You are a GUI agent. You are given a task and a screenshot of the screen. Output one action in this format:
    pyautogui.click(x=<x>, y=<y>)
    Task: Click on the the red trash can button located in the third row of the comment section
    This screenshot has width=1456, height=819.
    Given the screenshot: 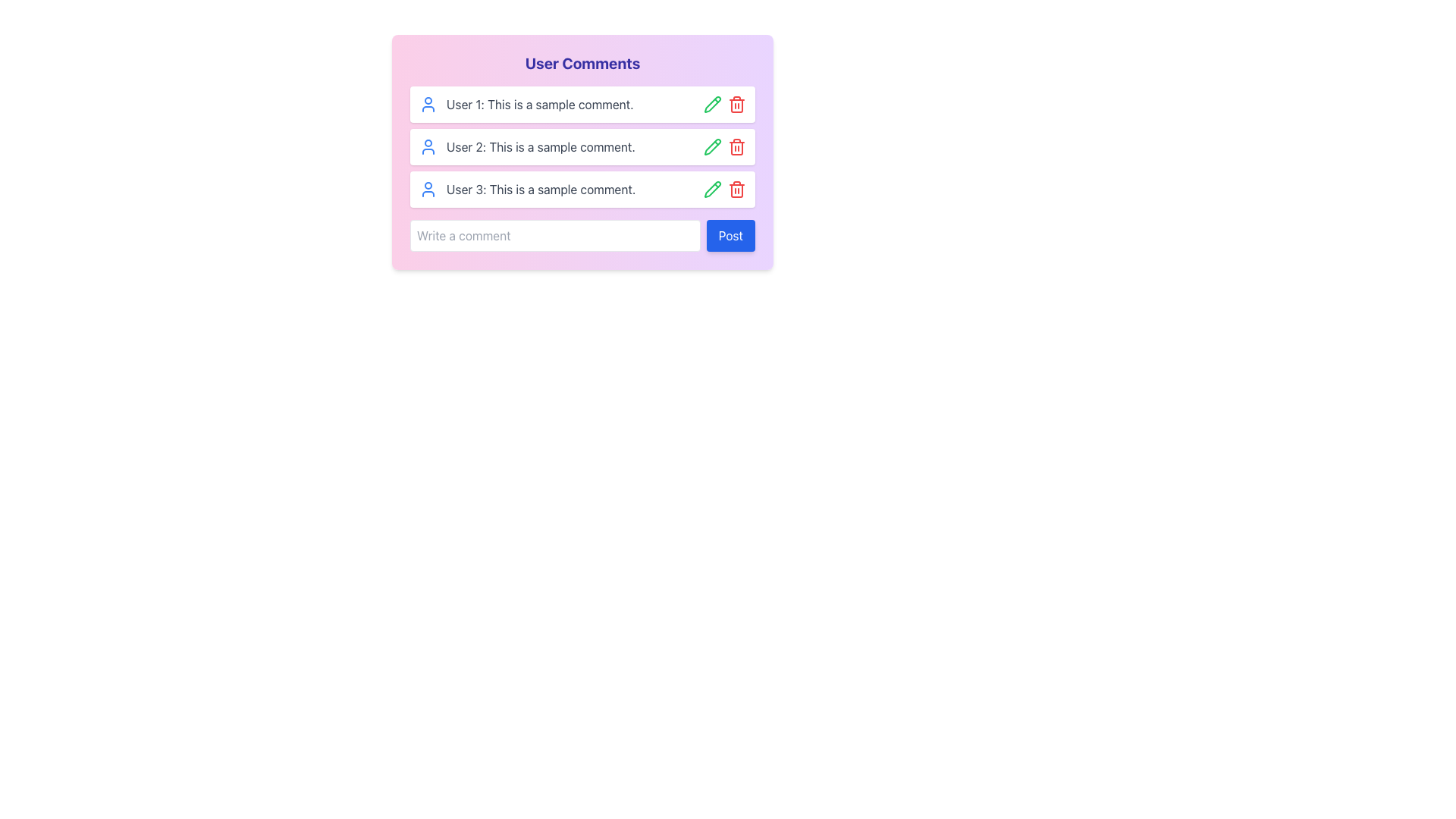 What is the action you would take?
    pyautogui.click(x=736, y=189)
    